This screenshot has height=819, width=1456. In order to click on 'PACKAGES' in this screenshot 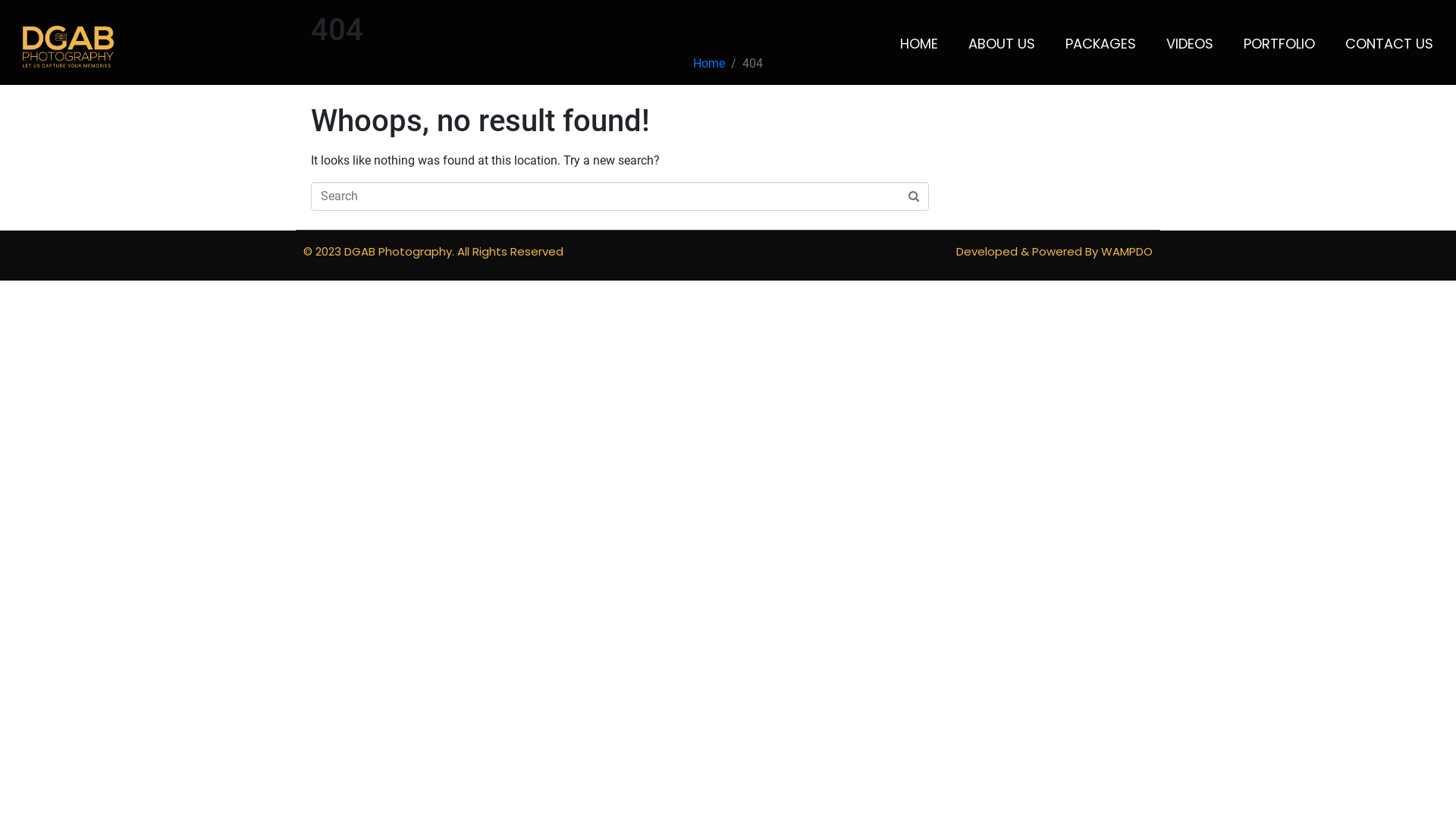, I will do `click(1100, 42)`.